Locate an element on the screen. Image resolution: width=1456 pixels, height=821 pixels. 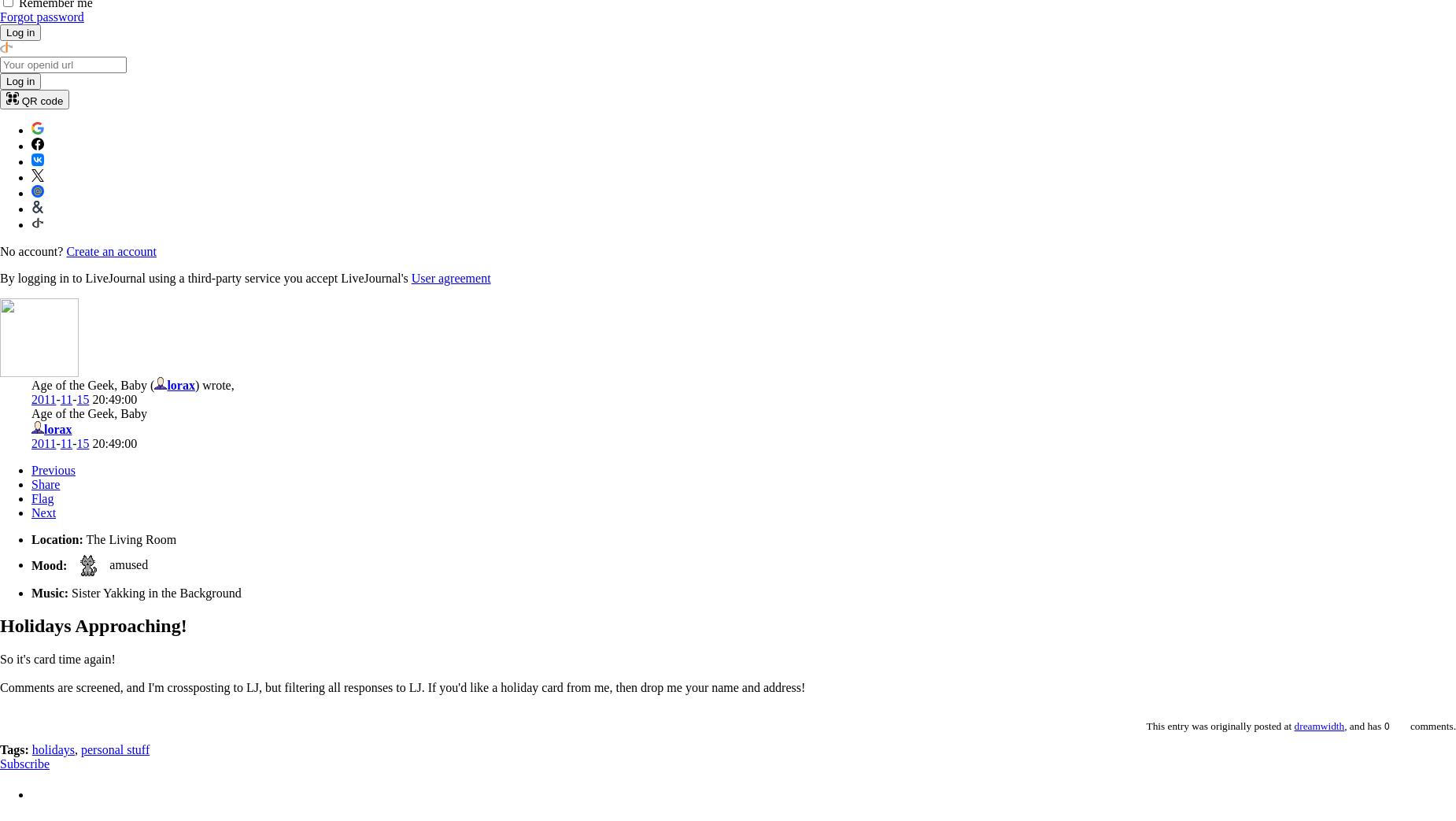
'Create an account' is located at coordinates (110, 250).